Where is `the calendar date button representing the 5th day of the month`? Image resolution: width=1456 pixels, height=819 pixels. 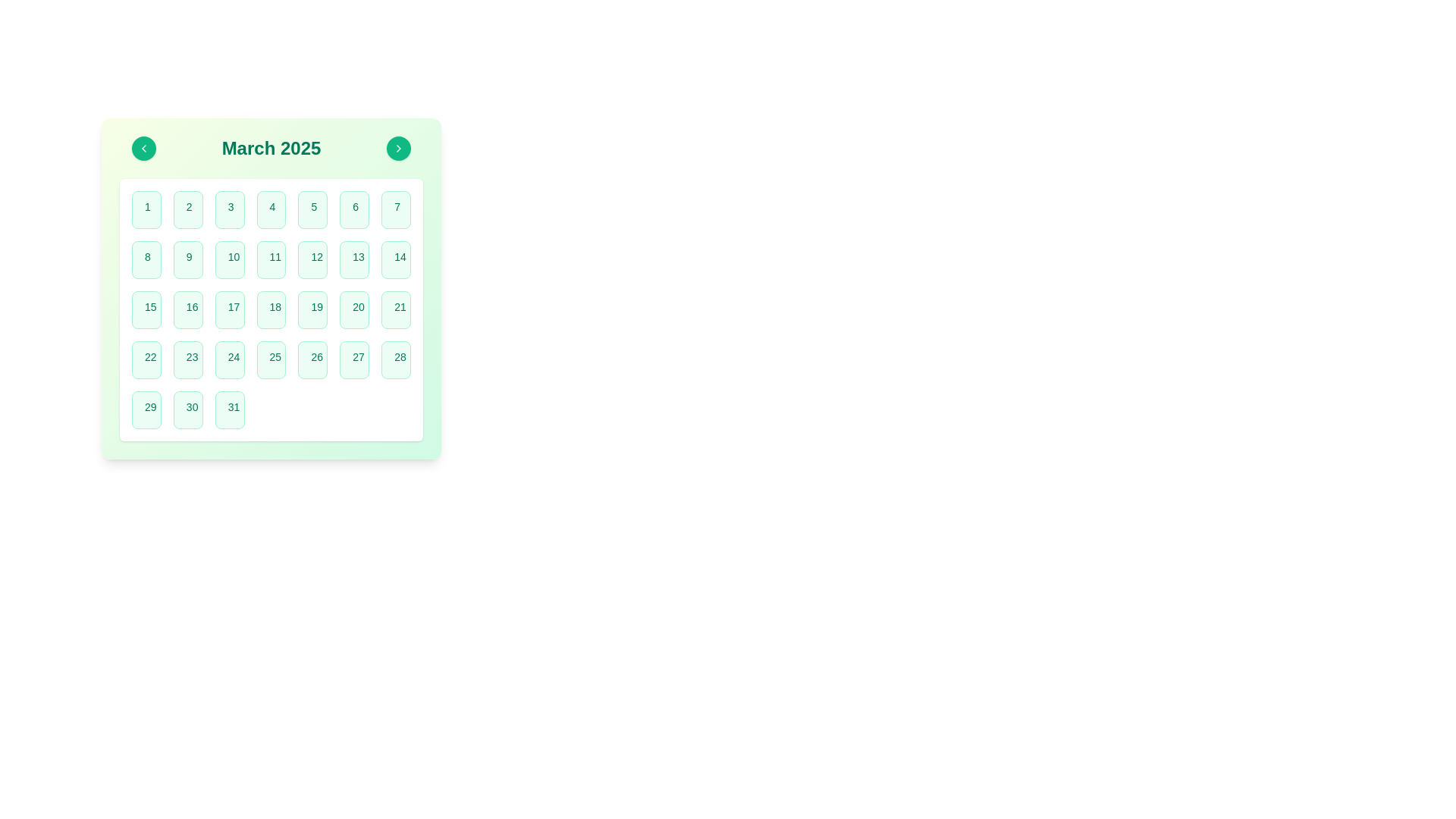 the calendar date button representing the 5th day of the month is located at coordinates (312, 210).